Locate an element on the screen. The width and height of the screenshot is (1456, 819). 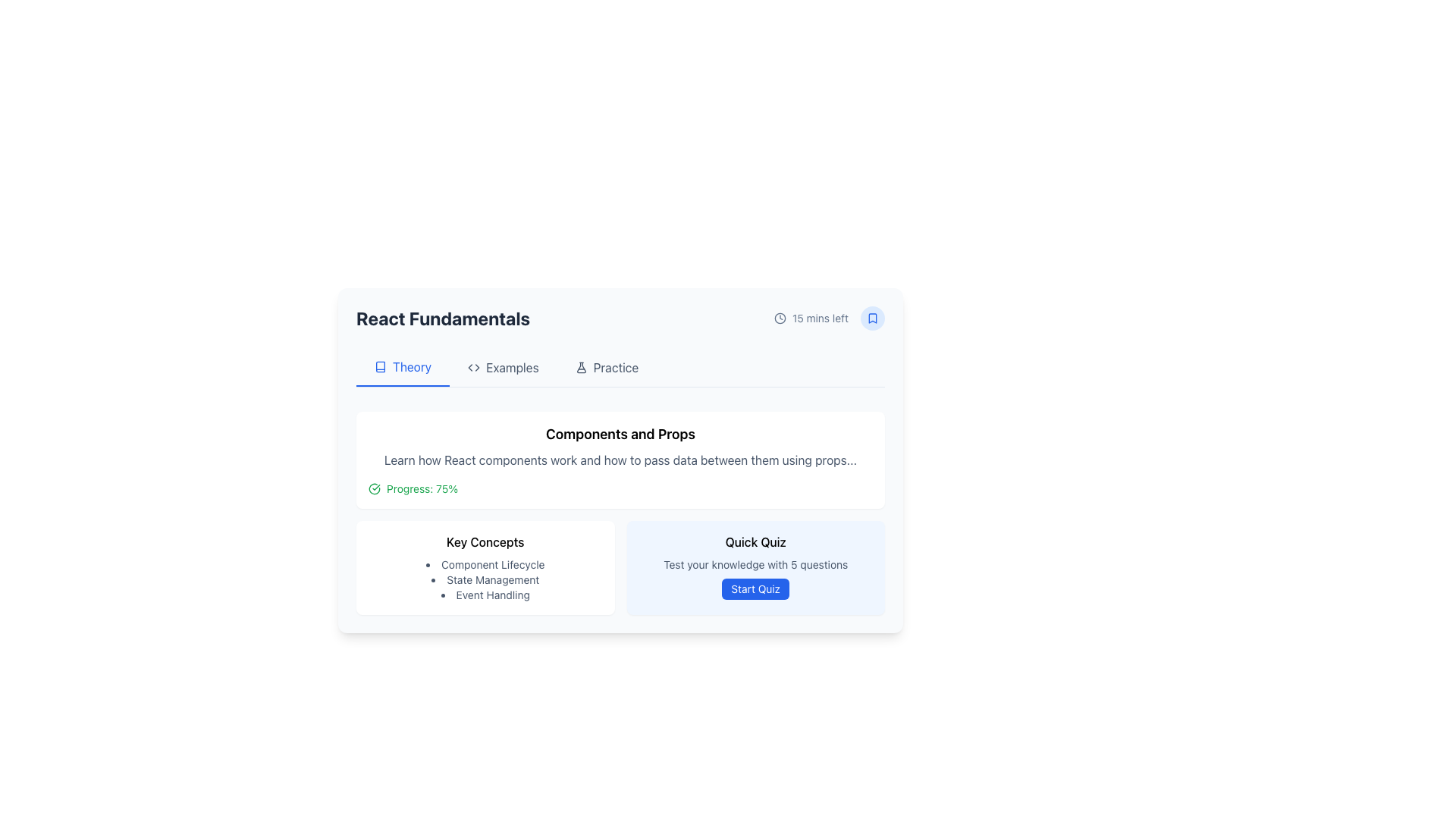
the blue rectangular button with rounded corners and white text reading 'Start Quiz' located in the bottom-right corner of the 'Quick Quiz' card is located at coordinates (755, 588).